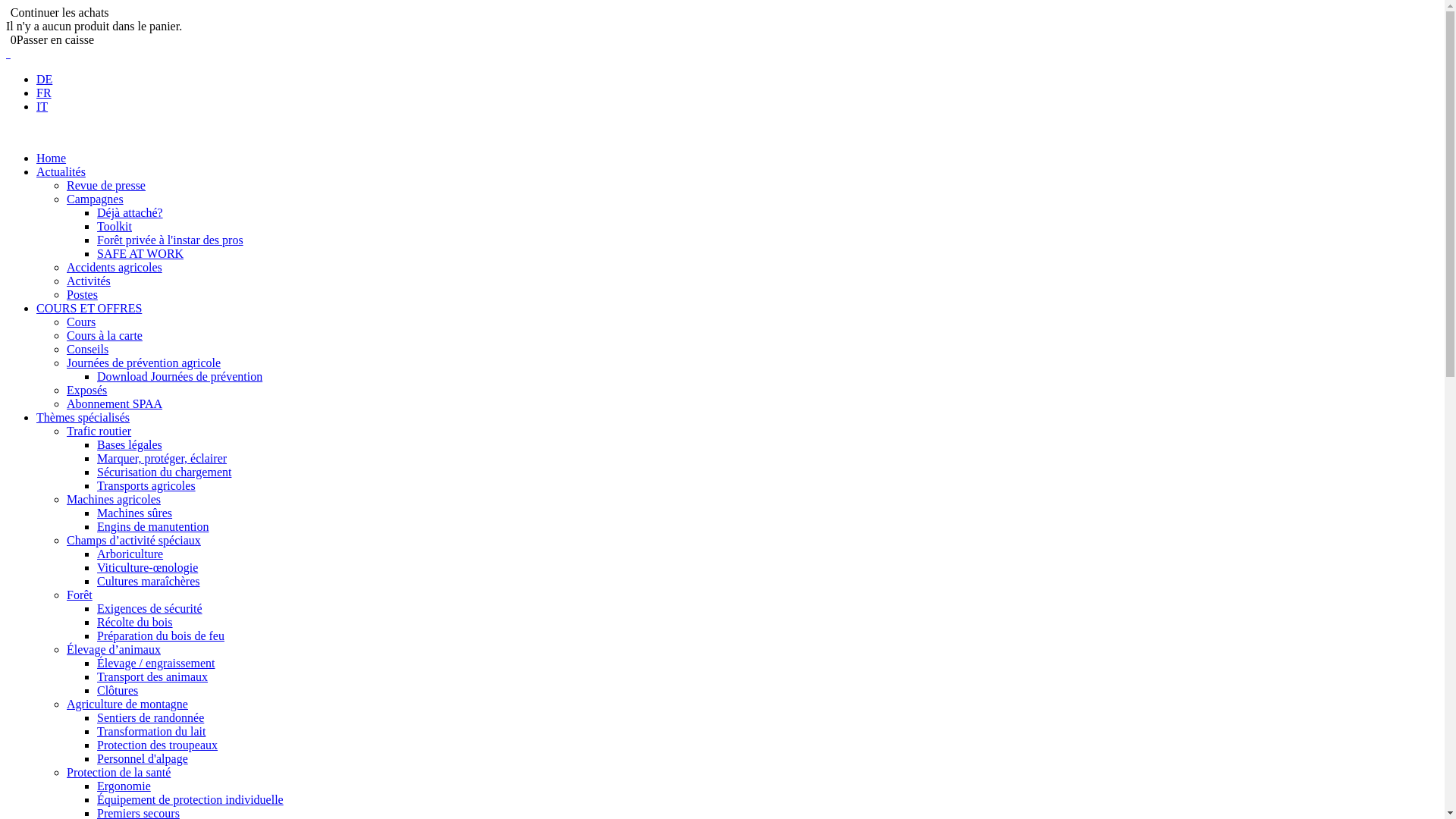 This screenshot has height=819, width=1456. I want to click on 'IT', so click(42, 105).